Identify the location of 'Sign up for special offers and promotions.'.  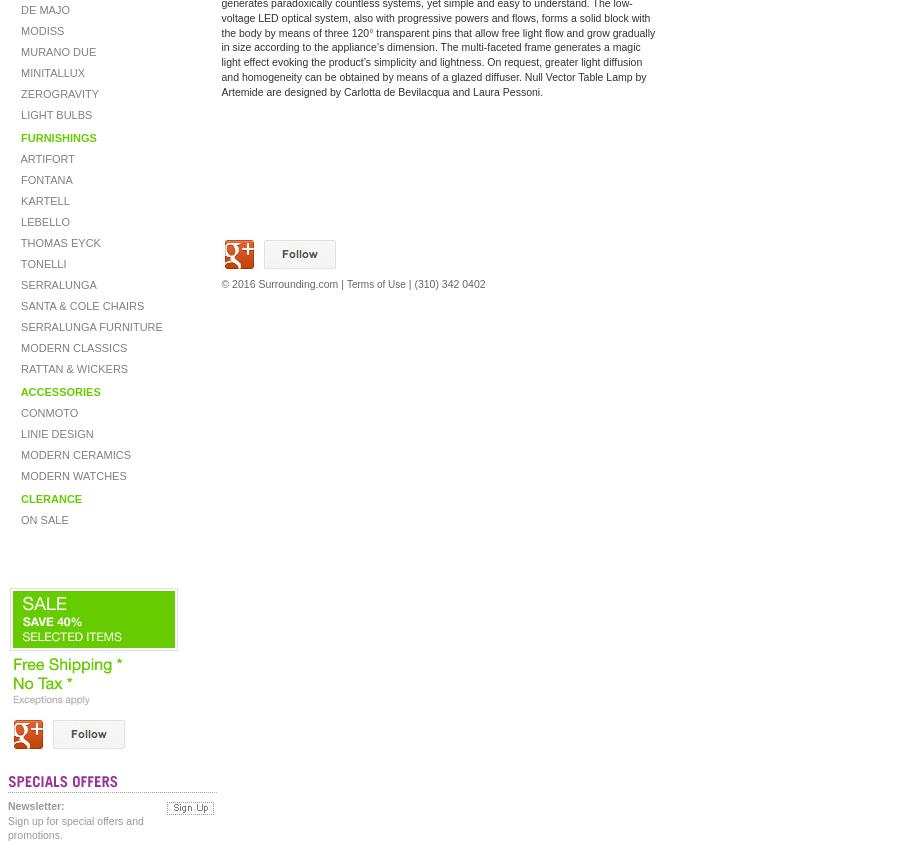
(75, 827).